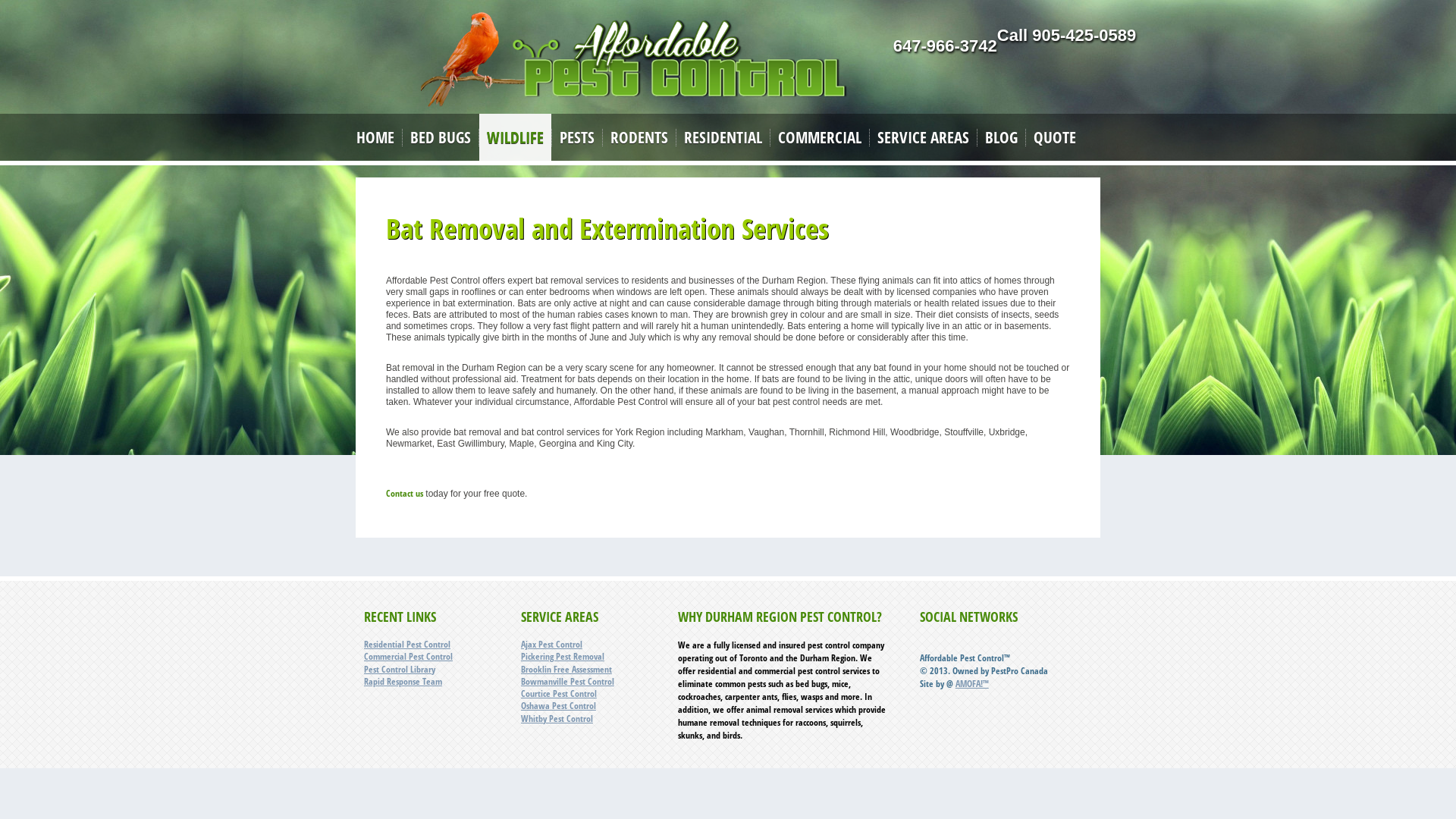 This screenshot has height=819, width=1456. I want to click on 'BED BUGS', so click(439, 137).